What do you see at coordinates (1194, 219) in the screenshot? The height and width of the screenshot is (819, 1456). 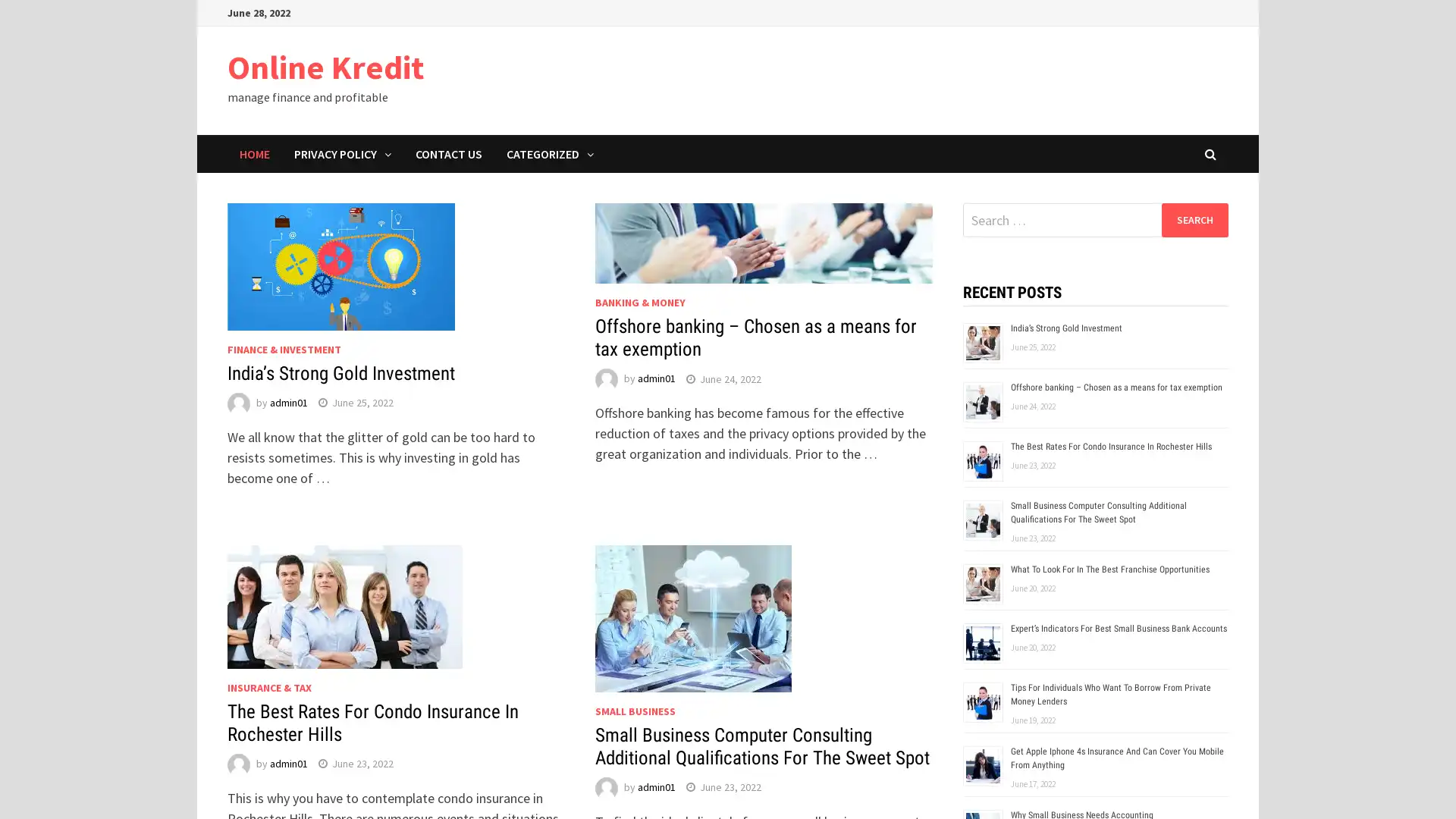 I see `Search` at bounding box center [1194, 219].